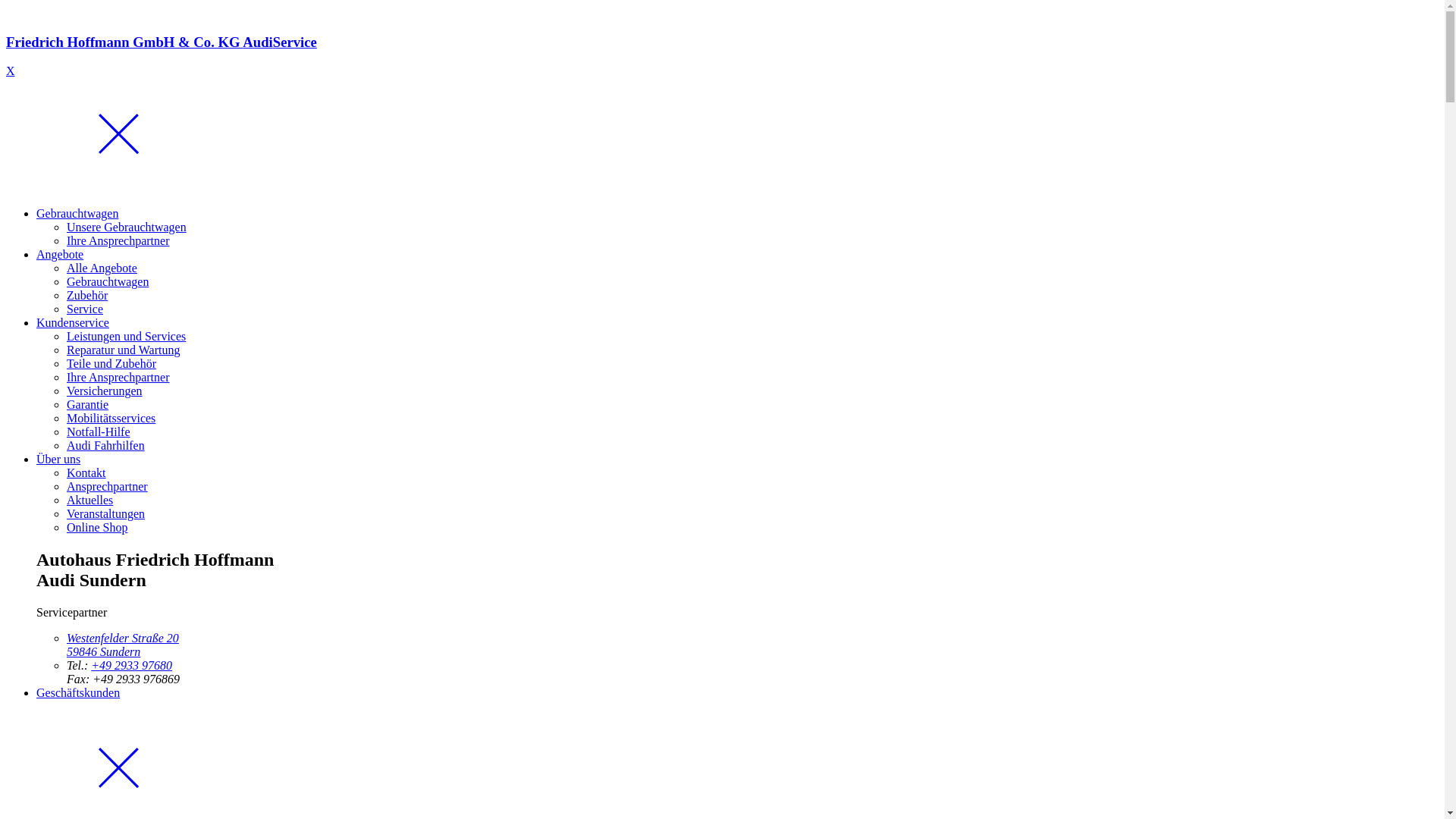 This screenshot has height=819, width=1456. What do you see at coordinates (96, 526) in the screenshot?
I see `'Online Shop'` at bounding box center [96, 526].